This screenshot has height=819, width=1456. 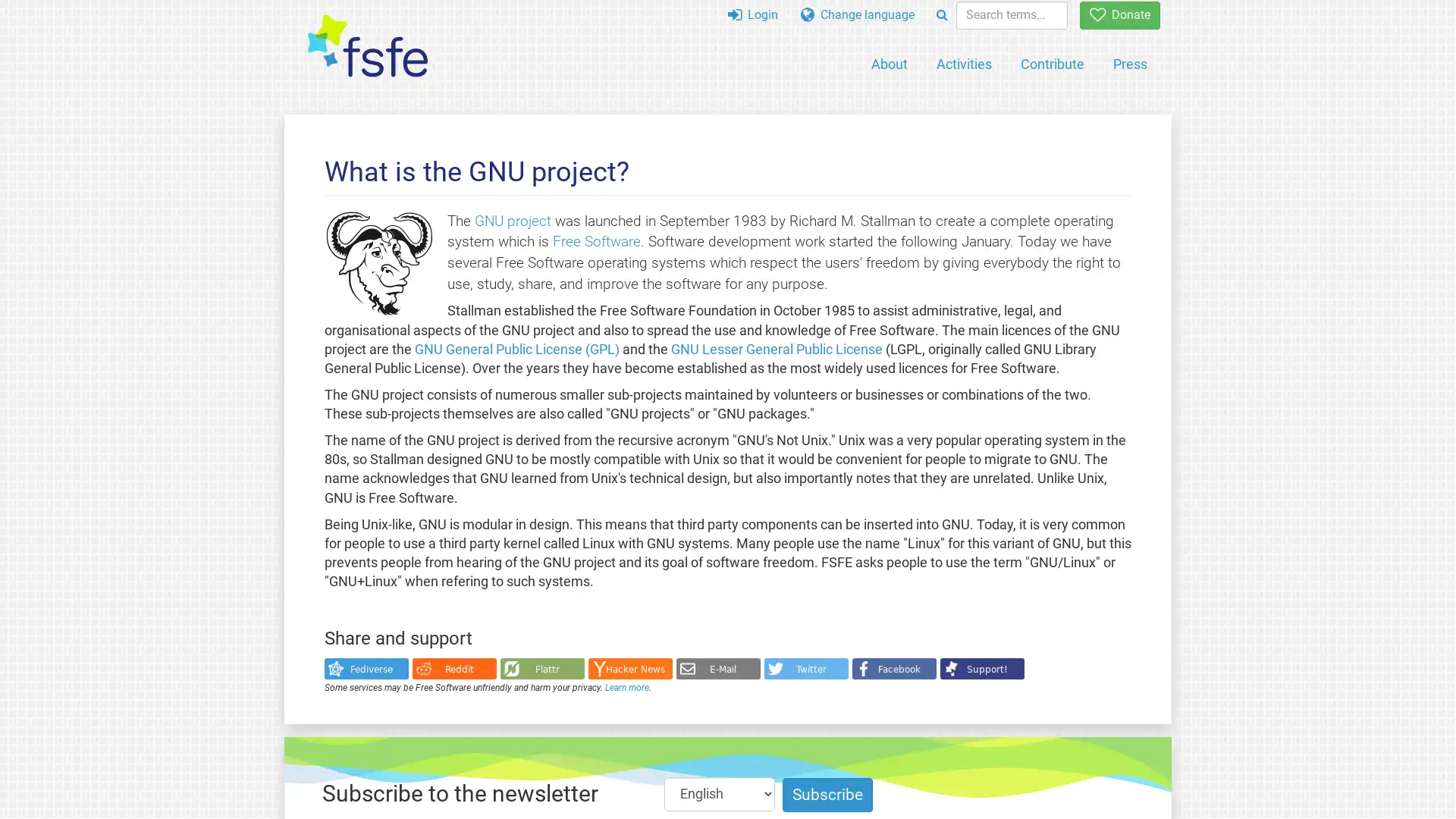 What do you see at coordinates (893, 668) in the screenshot?
I see `Facebook` at bounding box center [893, 668].